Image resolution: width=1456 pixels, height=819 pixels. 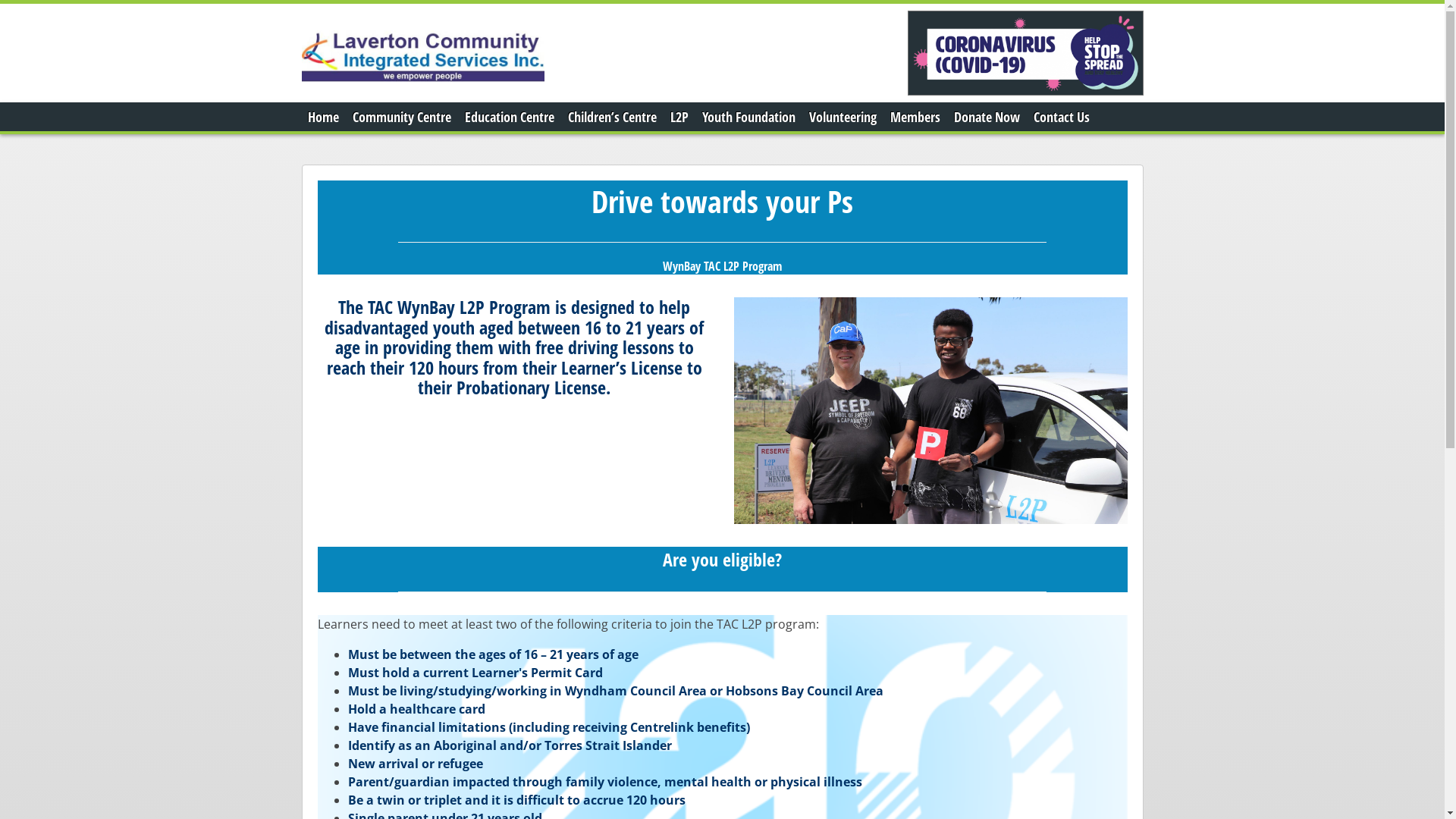 I want to click on 'WynBay TAC L2P Program', so click(x=721, y=265).